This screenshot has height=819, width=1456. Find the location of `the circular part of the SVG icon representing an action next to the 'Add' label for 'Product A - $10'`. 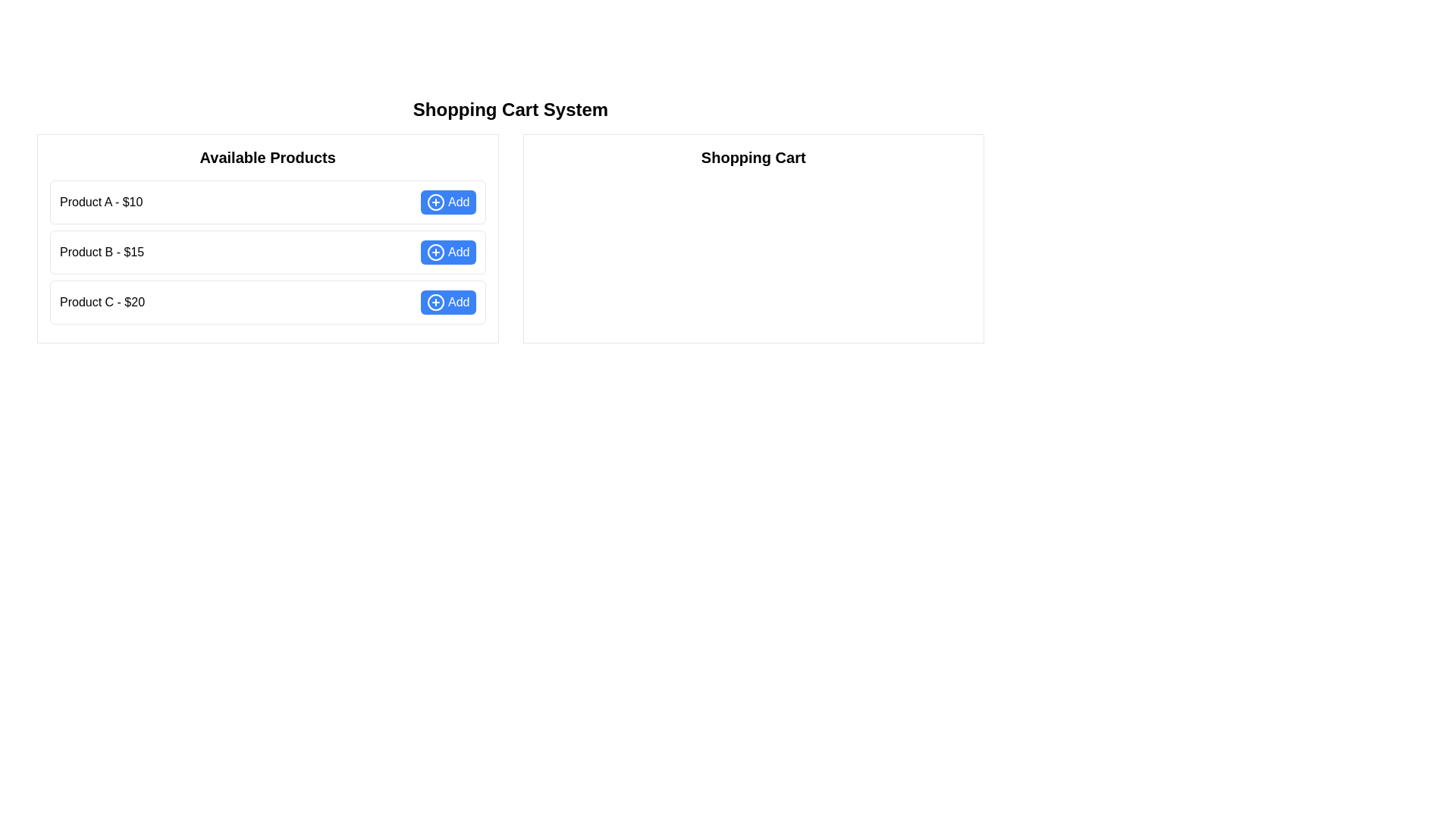

the circular part of the SVG icon representing an action next to the 'Add' label for 'Product A - $10' is located at coordinates (435, 201).